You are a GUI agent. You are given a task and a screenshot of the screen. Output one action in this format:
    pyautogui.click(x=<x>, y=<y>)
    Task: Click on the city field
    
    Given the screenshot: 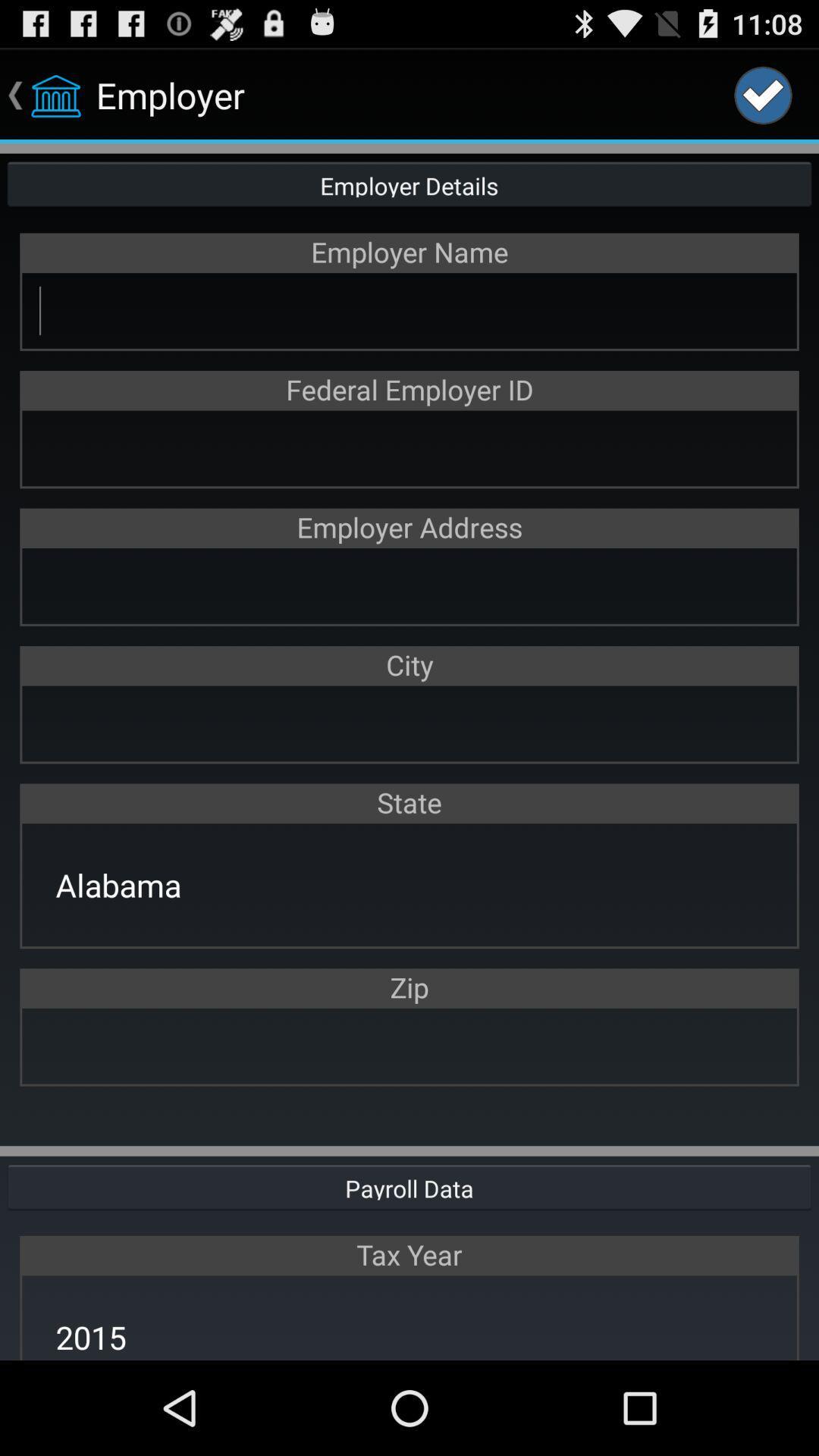 What is the action you would take?
    pyautogui.click(x=409, y=723)
    